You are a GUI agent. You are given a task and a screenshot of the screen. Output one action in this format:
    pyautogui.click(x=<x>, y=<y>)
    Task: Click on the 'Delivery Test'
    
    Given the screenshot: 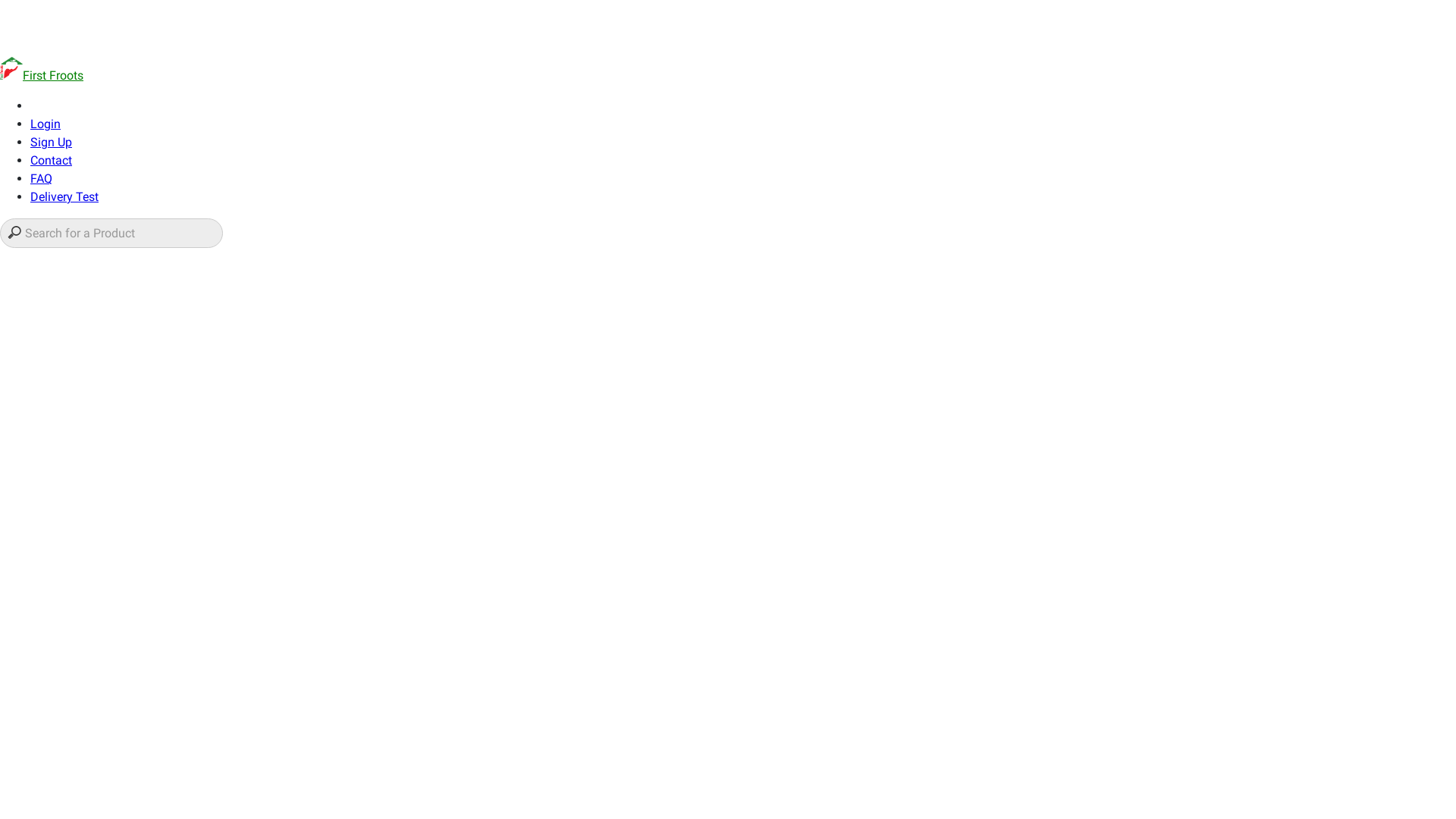 What is the action you would take?
    pyautogui.click(x=64, y=196)
    